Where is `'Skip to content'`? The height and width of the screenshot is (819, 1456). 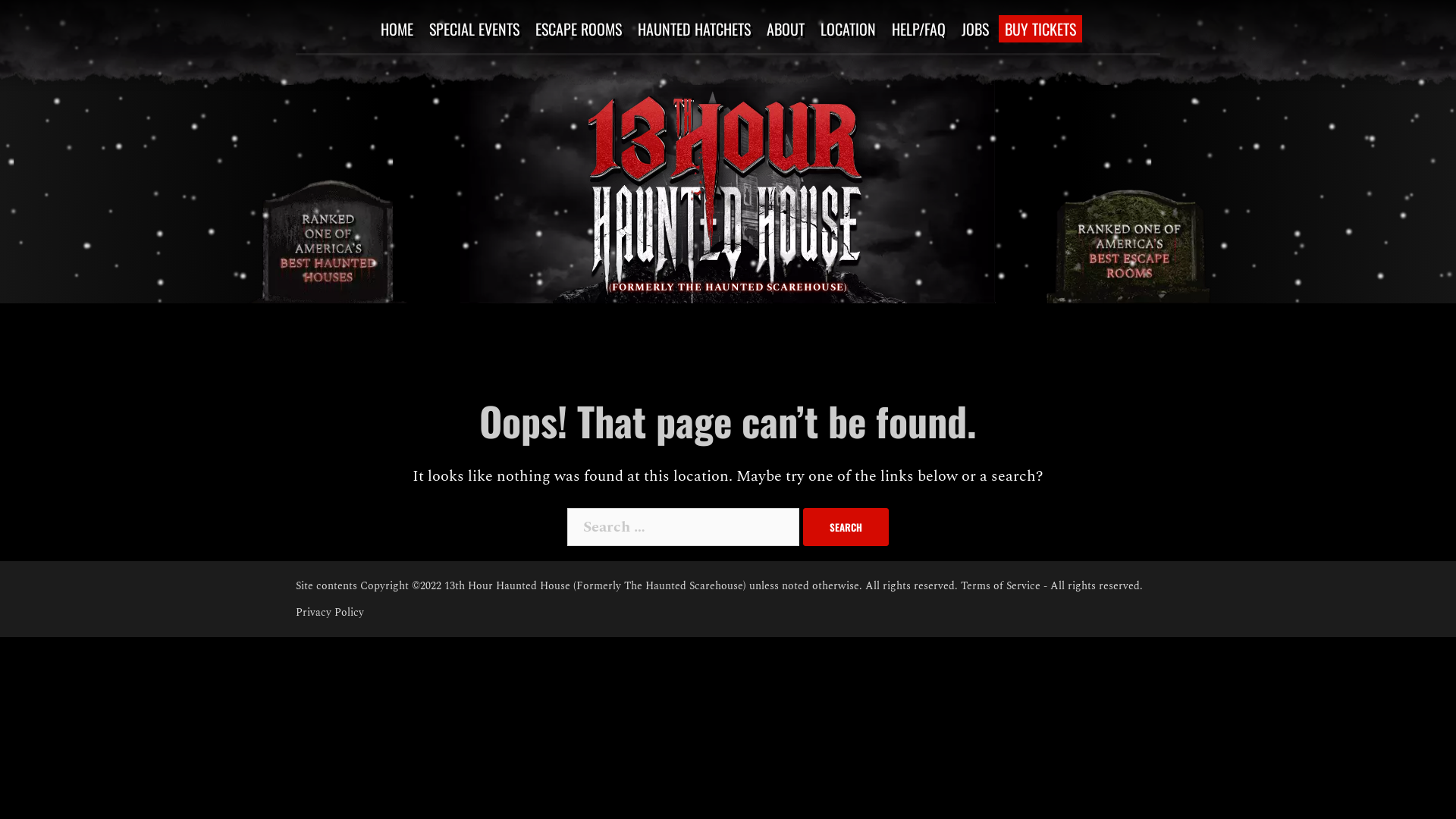 'Skip to content' is located at coordinates (0, 303).